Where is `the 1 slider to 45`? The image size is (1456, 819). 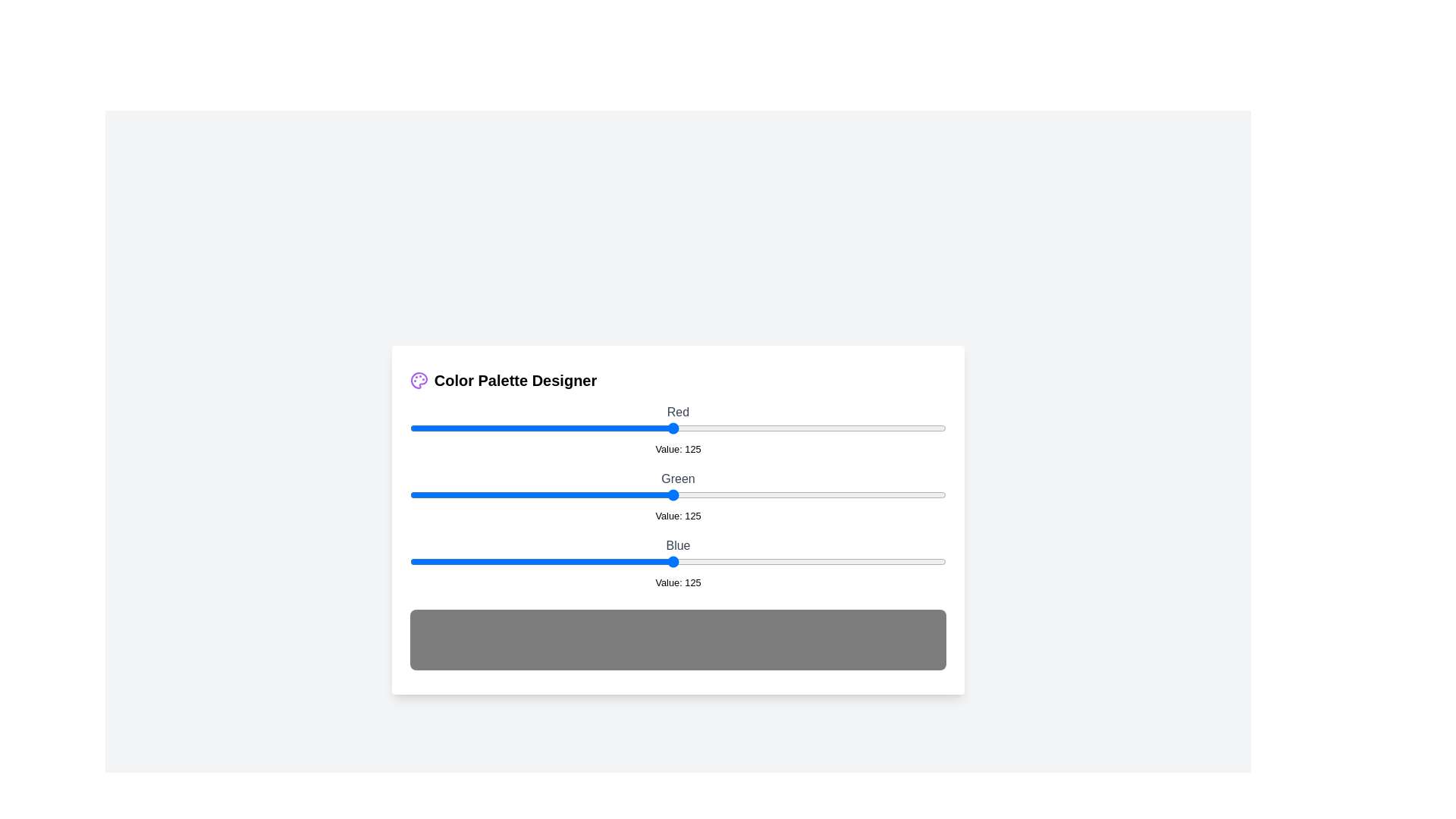
the 1 slider to 45 is located at coordinates (504, 494).